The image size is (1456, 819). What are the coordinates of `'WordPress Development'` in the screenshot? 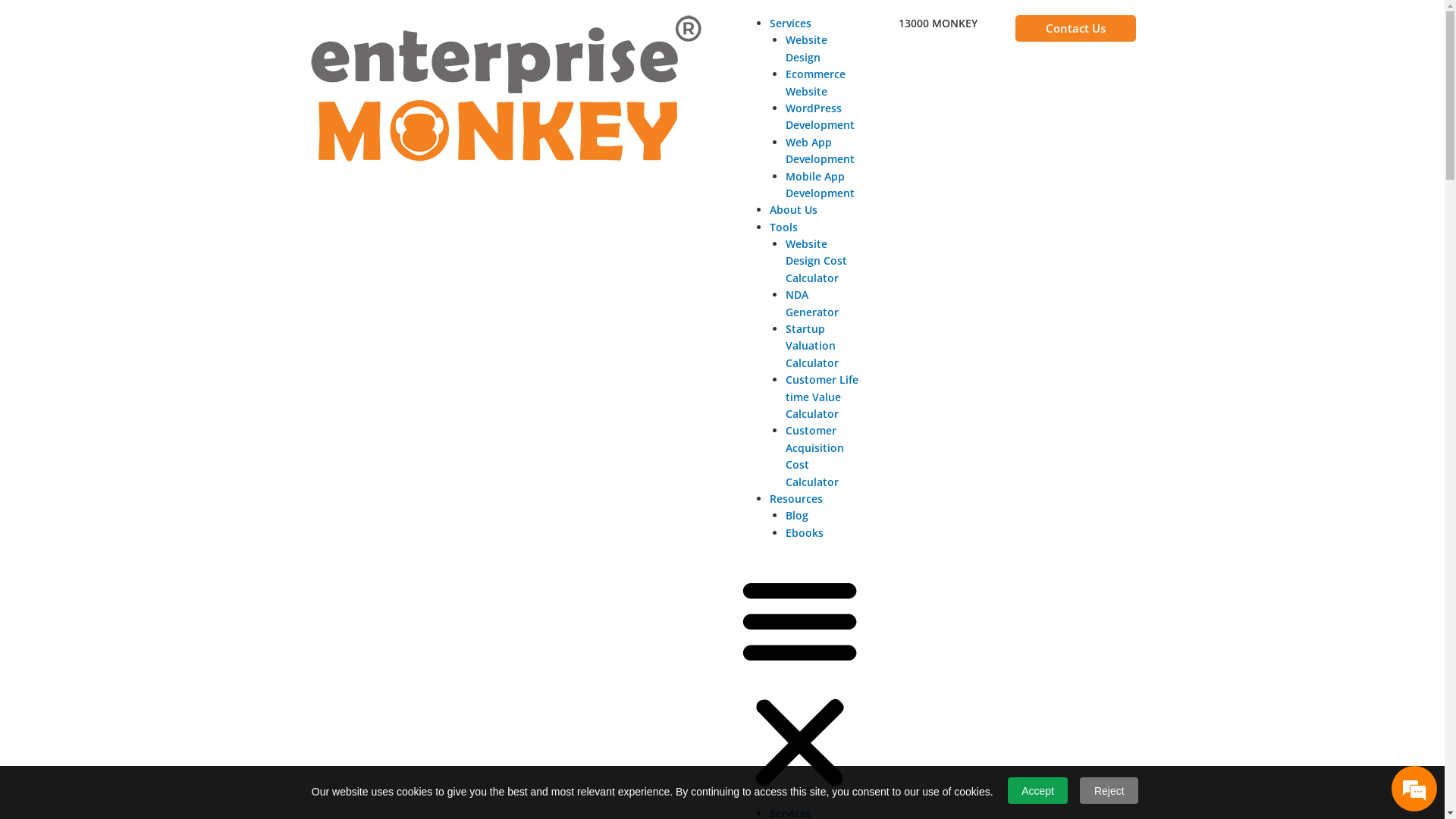 It's located at (786, 115).